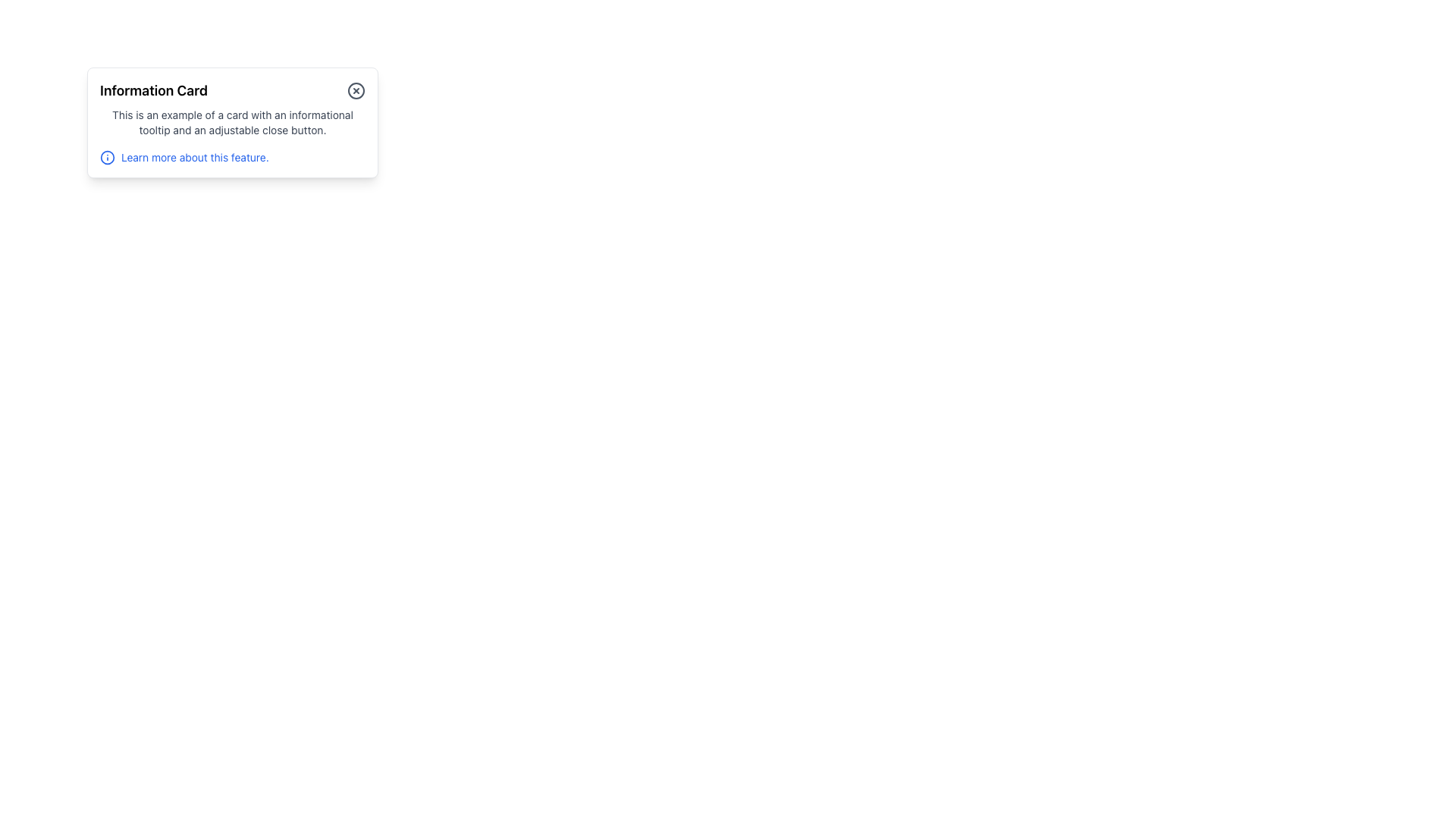 This screenshot has height=819, width=1456. I want to click on the help icon located to the left of the 'Learn more about this feature' text, which serves as a visual cue for providing additional information, so click(107, 158).